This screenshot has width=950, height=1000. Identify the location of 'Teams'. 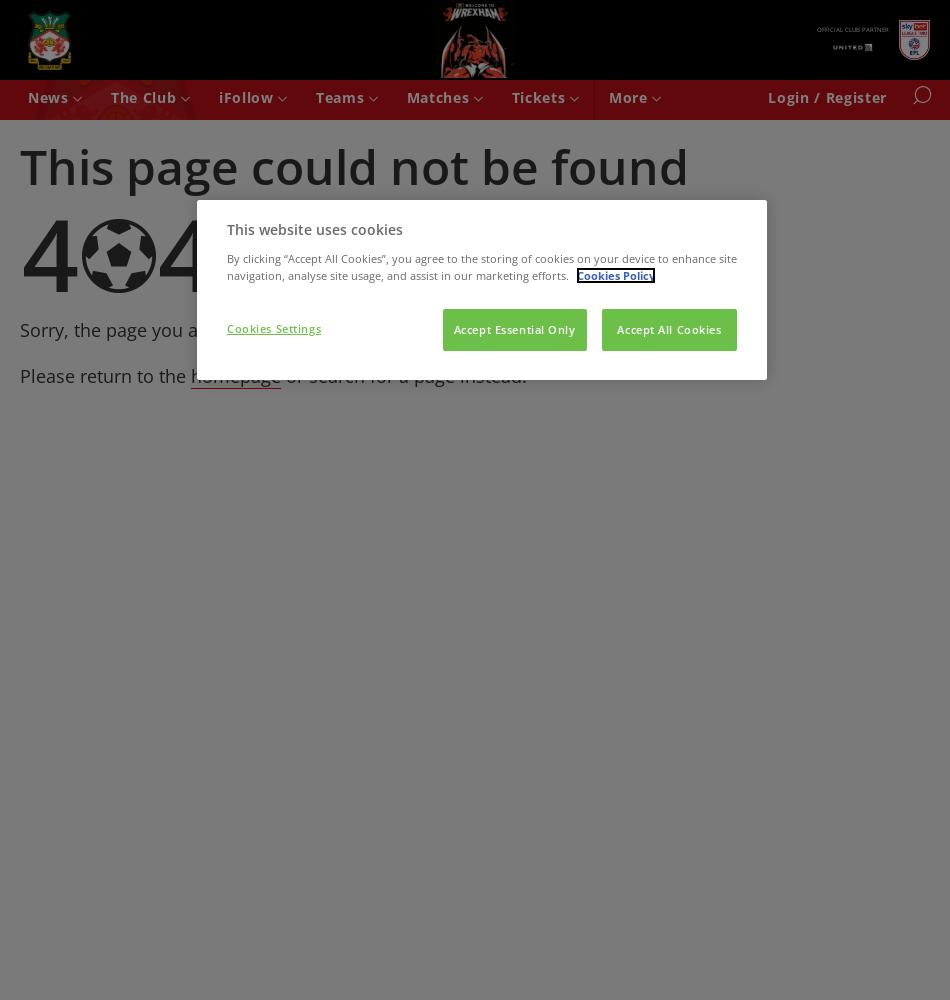
(340, 96).